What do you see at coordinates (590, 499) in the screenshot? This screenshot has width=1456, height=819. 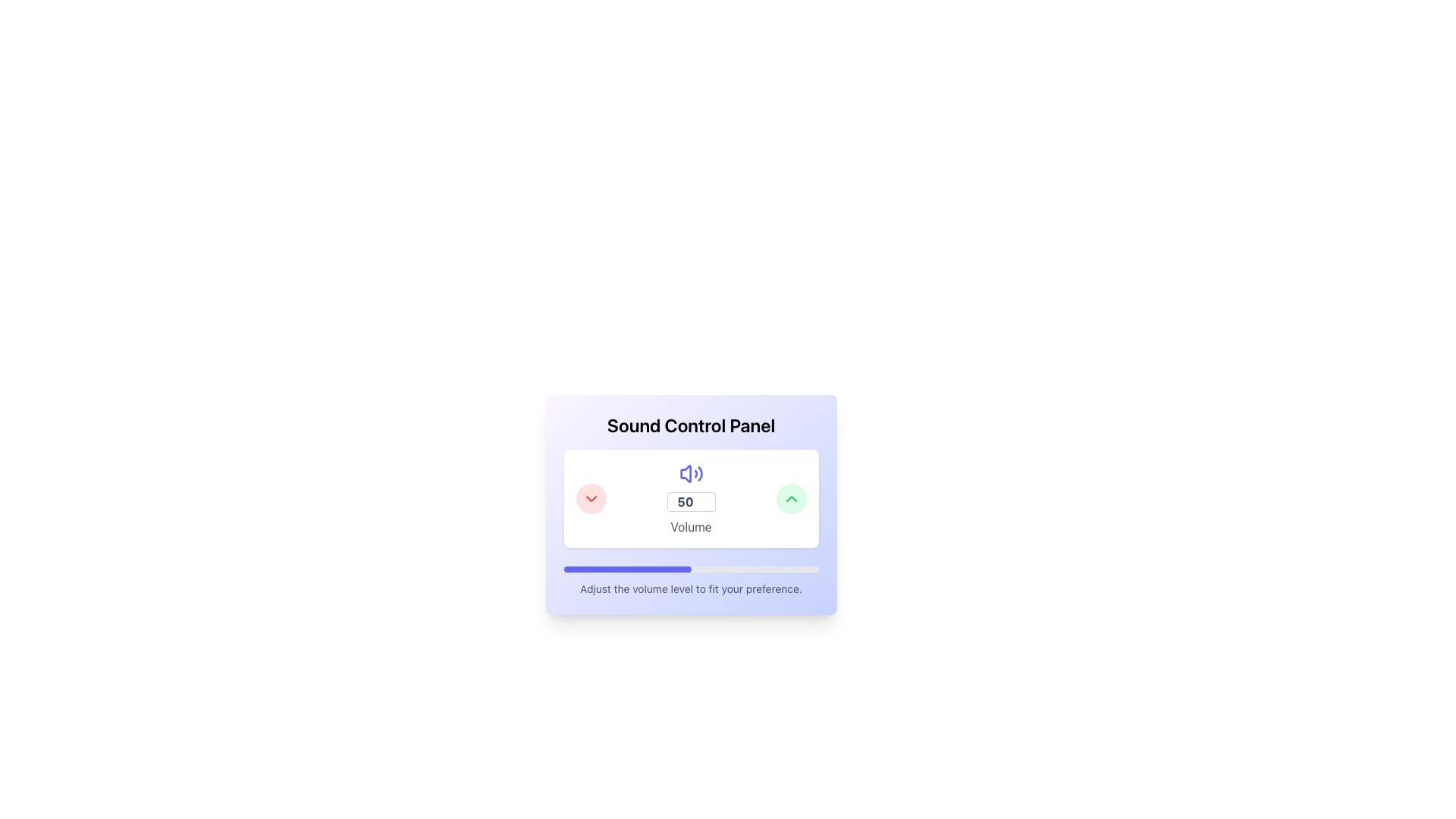 I see `the circular red button with a downward chevron icon located within the white 'Volume' panel` at bounding box center [590, 499].